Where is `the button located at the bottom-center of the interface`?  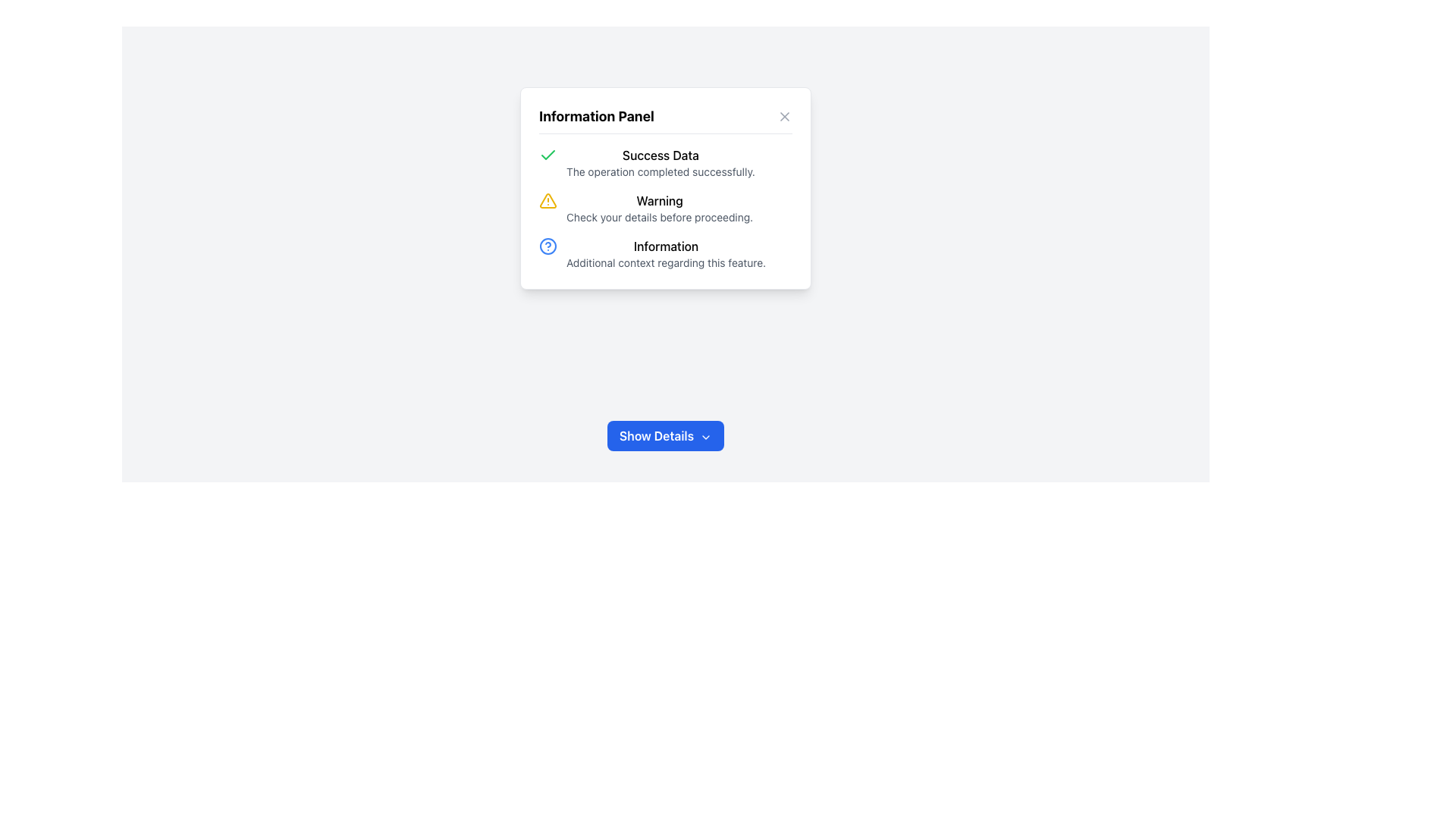
the button located at the bottom-center of the interface is located at coordinates (666, 435).